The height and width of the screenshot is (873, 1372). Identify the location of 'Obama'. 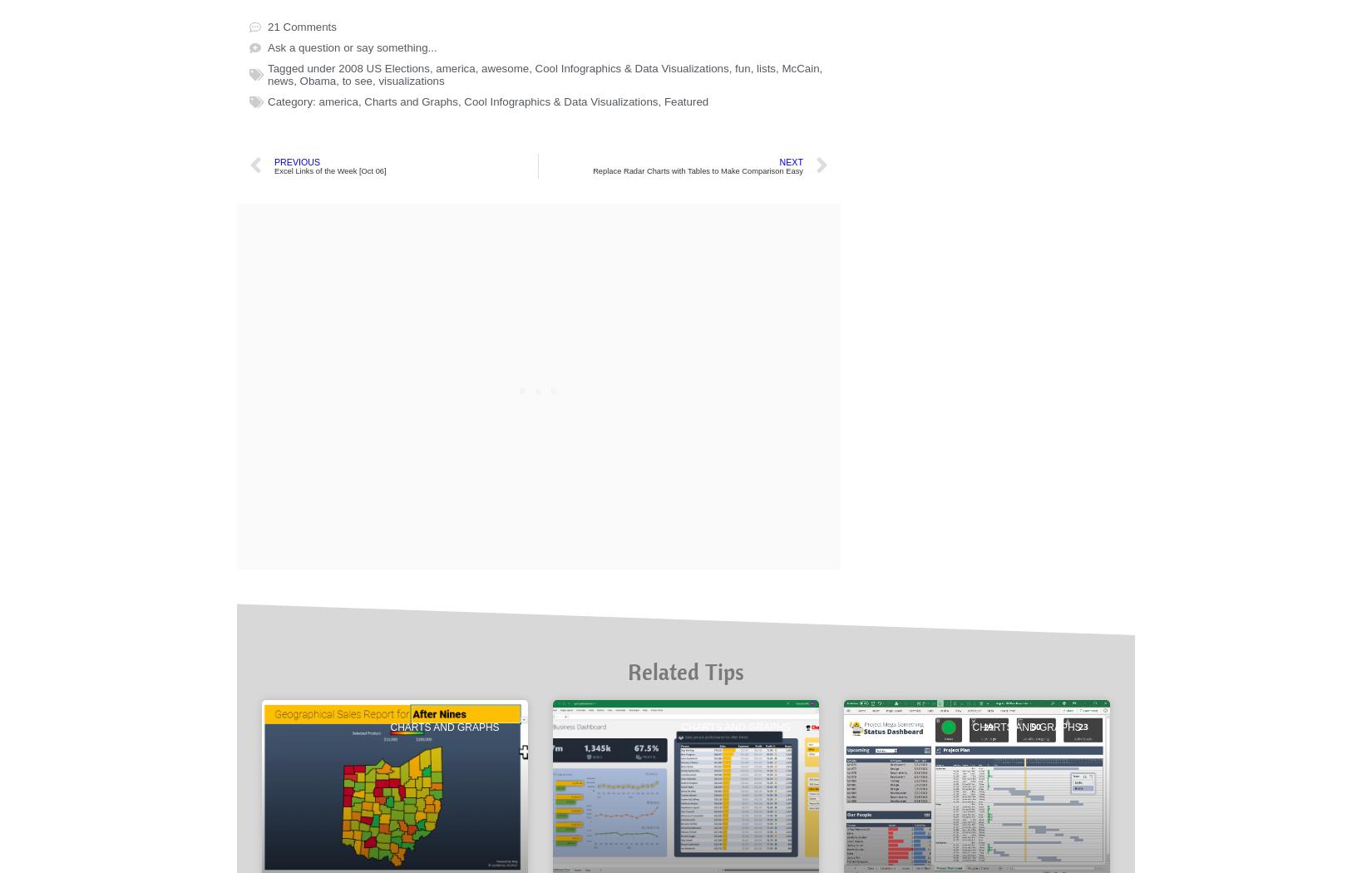
(317, 651).